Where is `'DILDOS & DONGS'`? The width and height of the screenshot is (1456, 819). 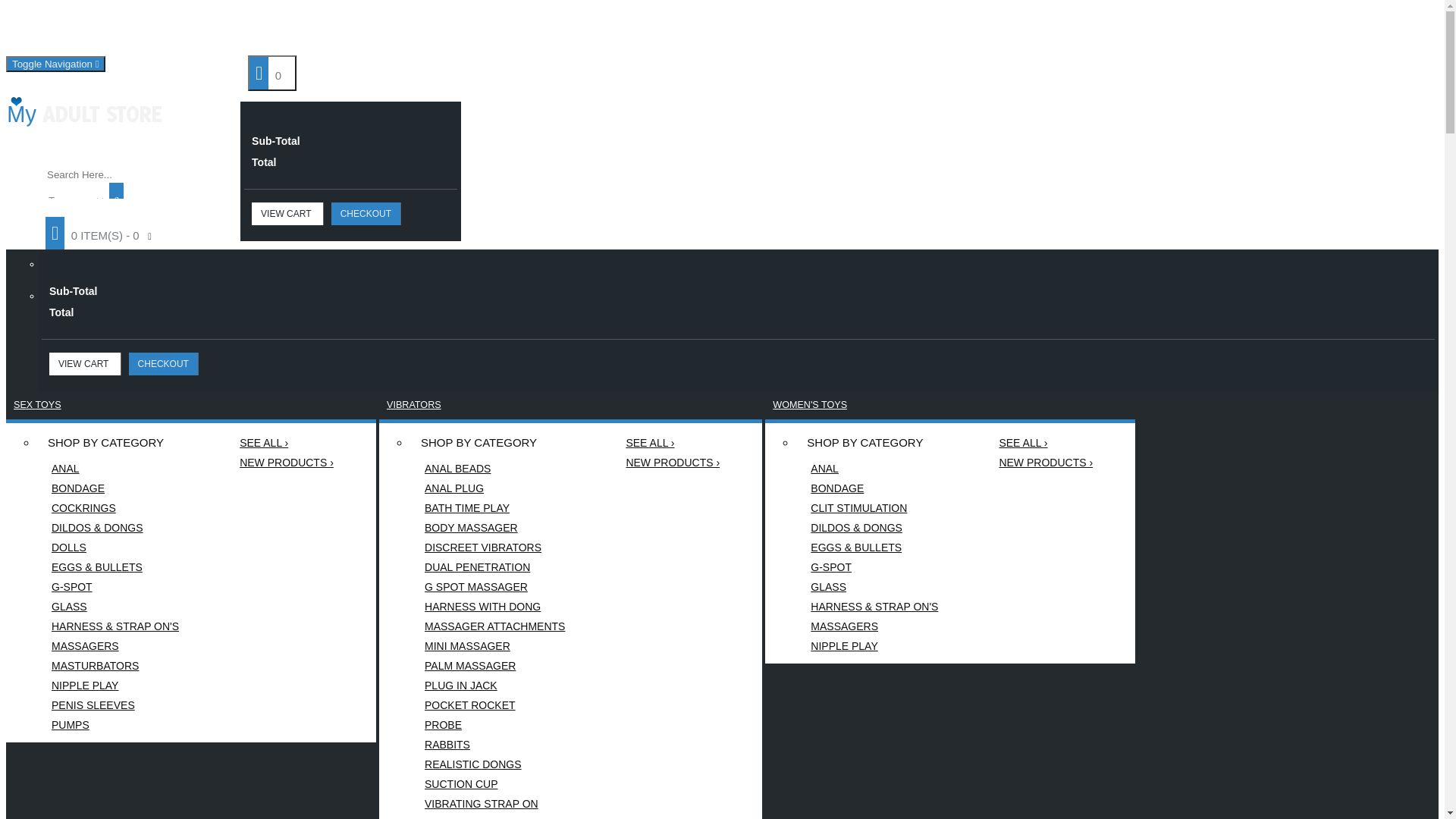 'DILDOS & DONGS' is located at coordinates (115, 526).